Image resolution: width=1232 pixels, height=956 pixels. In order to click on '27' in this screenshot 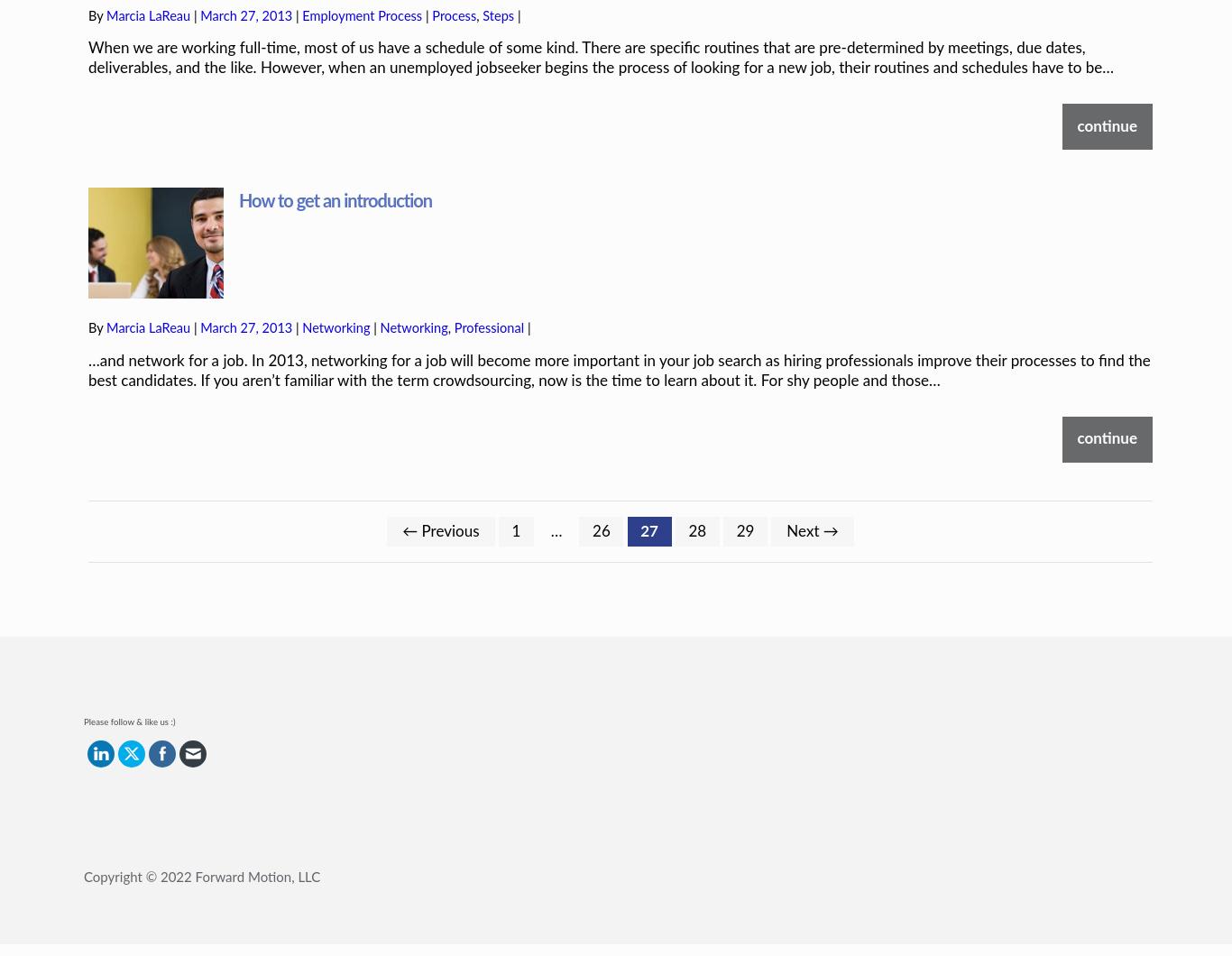, I will do `click(648, 468)`.